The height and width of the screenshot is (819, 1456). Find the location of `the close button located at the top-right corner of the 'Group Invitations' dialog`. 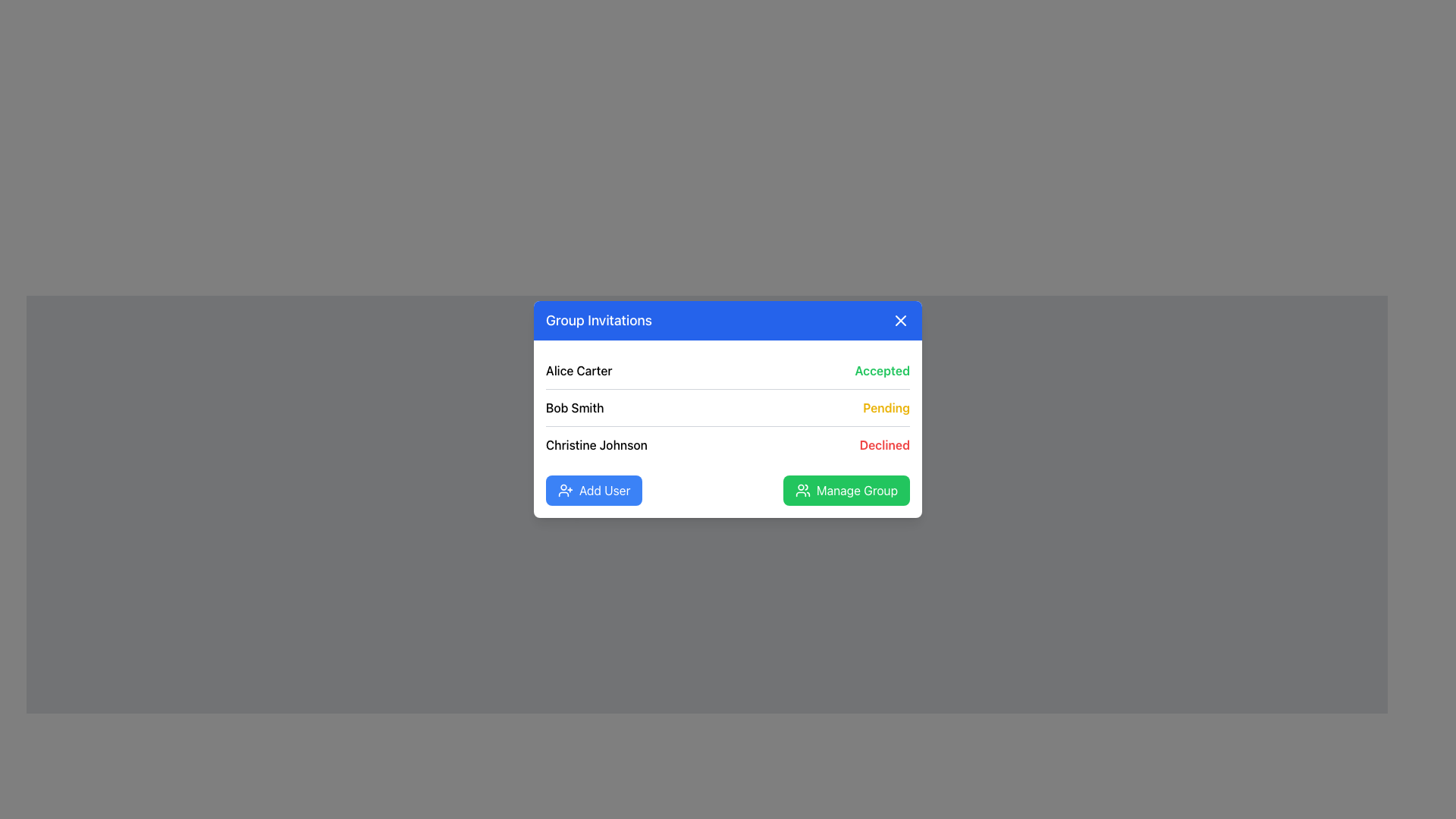

the close button located at the top-right corner of the 'Group Invitations' dialog is located at coordinates (901, 320).